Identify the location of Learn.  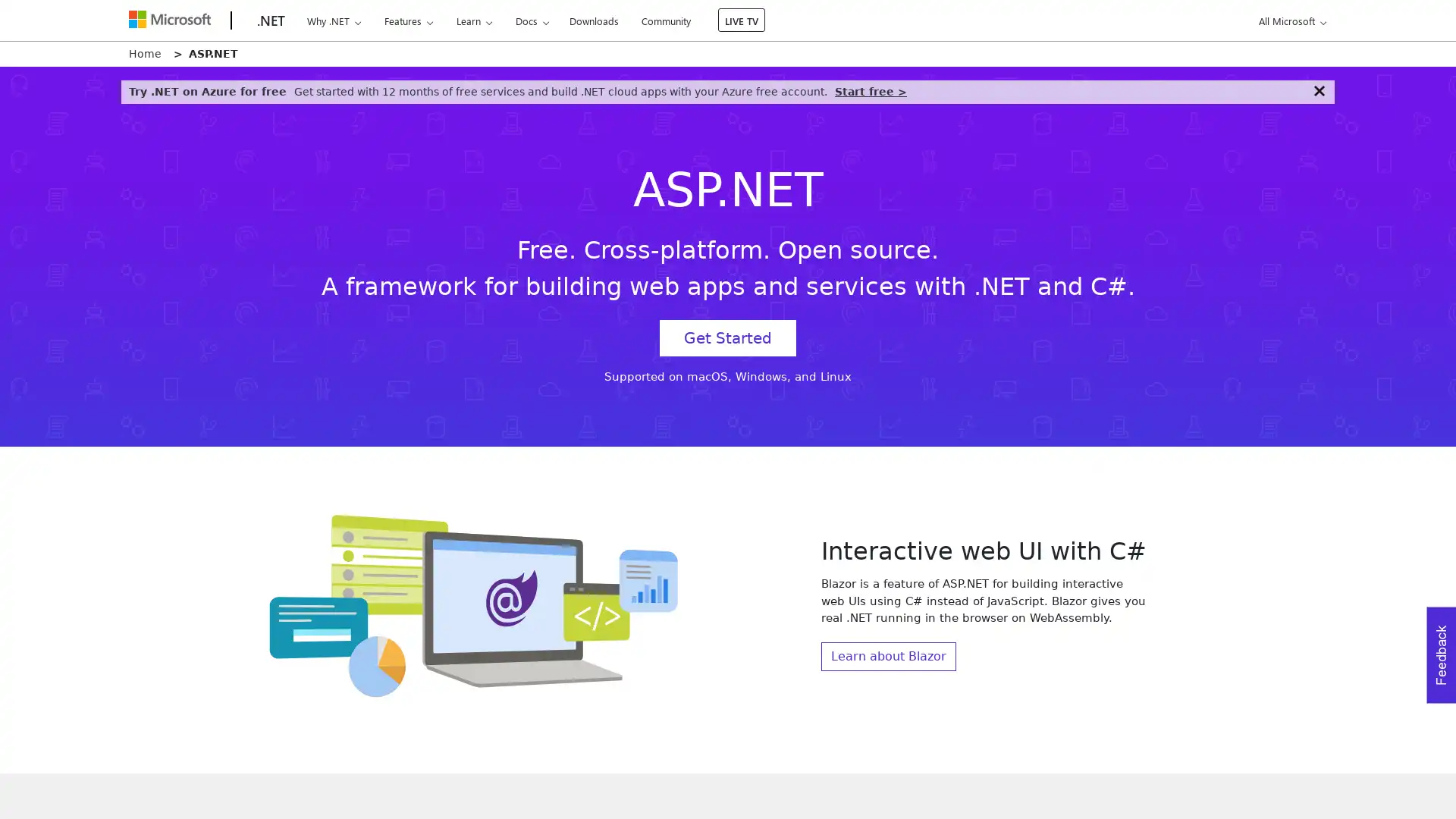
(472, 20).